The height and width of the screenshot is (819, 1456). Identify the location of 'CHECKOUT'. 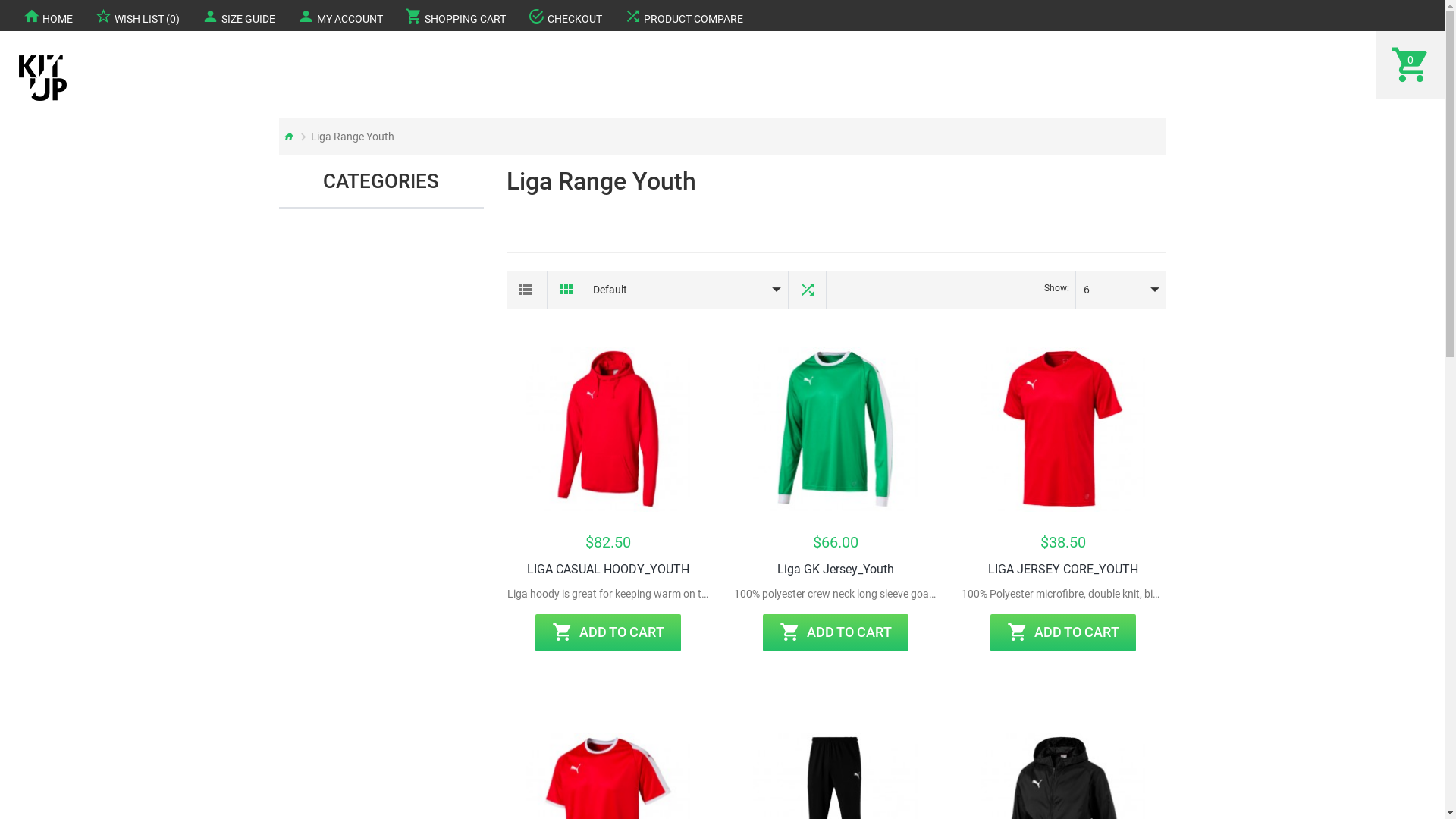
(516, 15).